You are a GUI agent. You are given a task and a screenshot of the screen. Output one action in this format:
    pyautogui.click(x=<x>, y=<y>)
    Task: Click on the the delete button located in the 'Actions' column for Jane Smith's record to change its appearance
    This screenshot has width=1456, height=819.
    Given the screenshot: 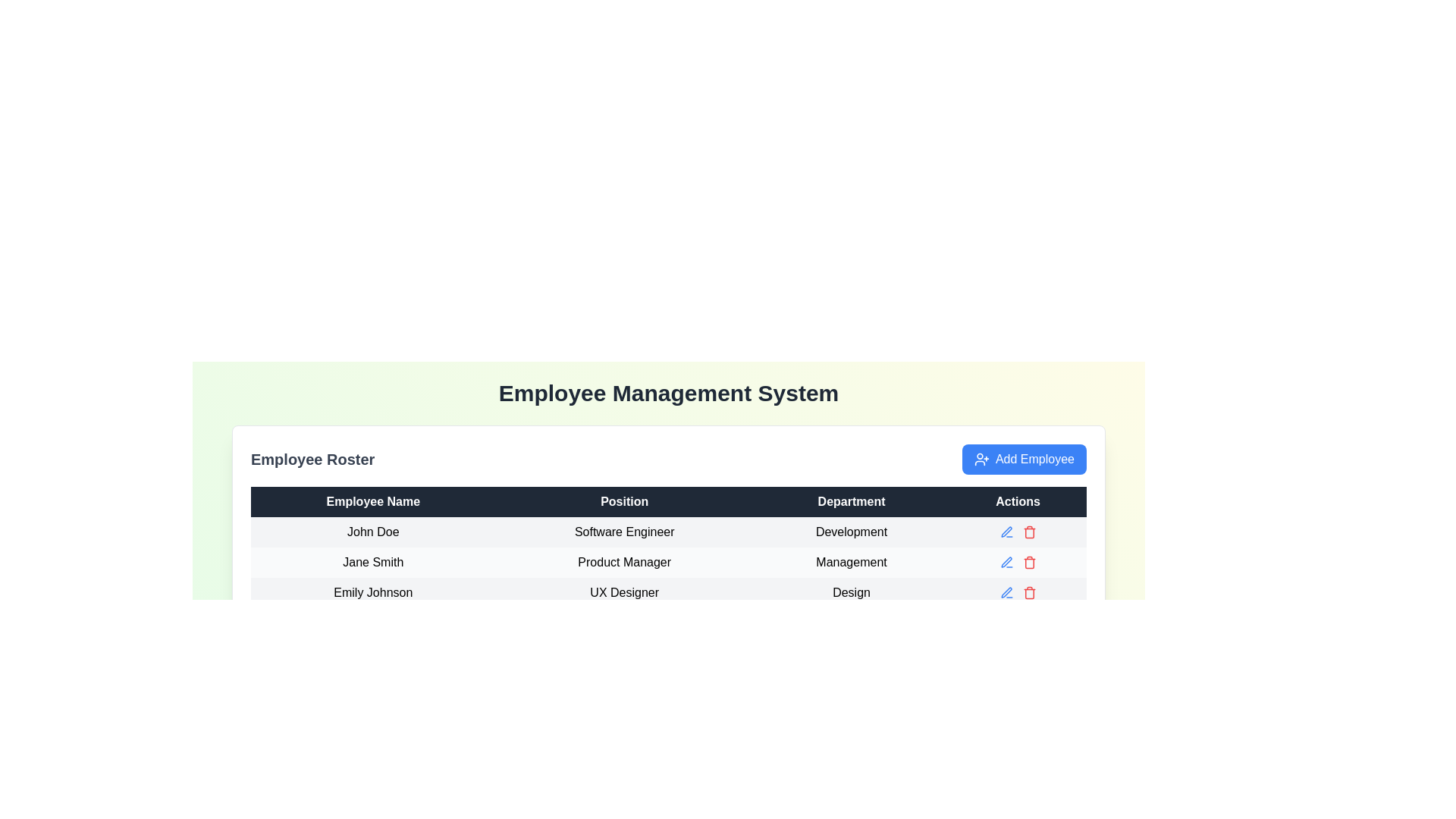 What is the action you would take?
    pyautogui.click(x=1029, y=562)
    